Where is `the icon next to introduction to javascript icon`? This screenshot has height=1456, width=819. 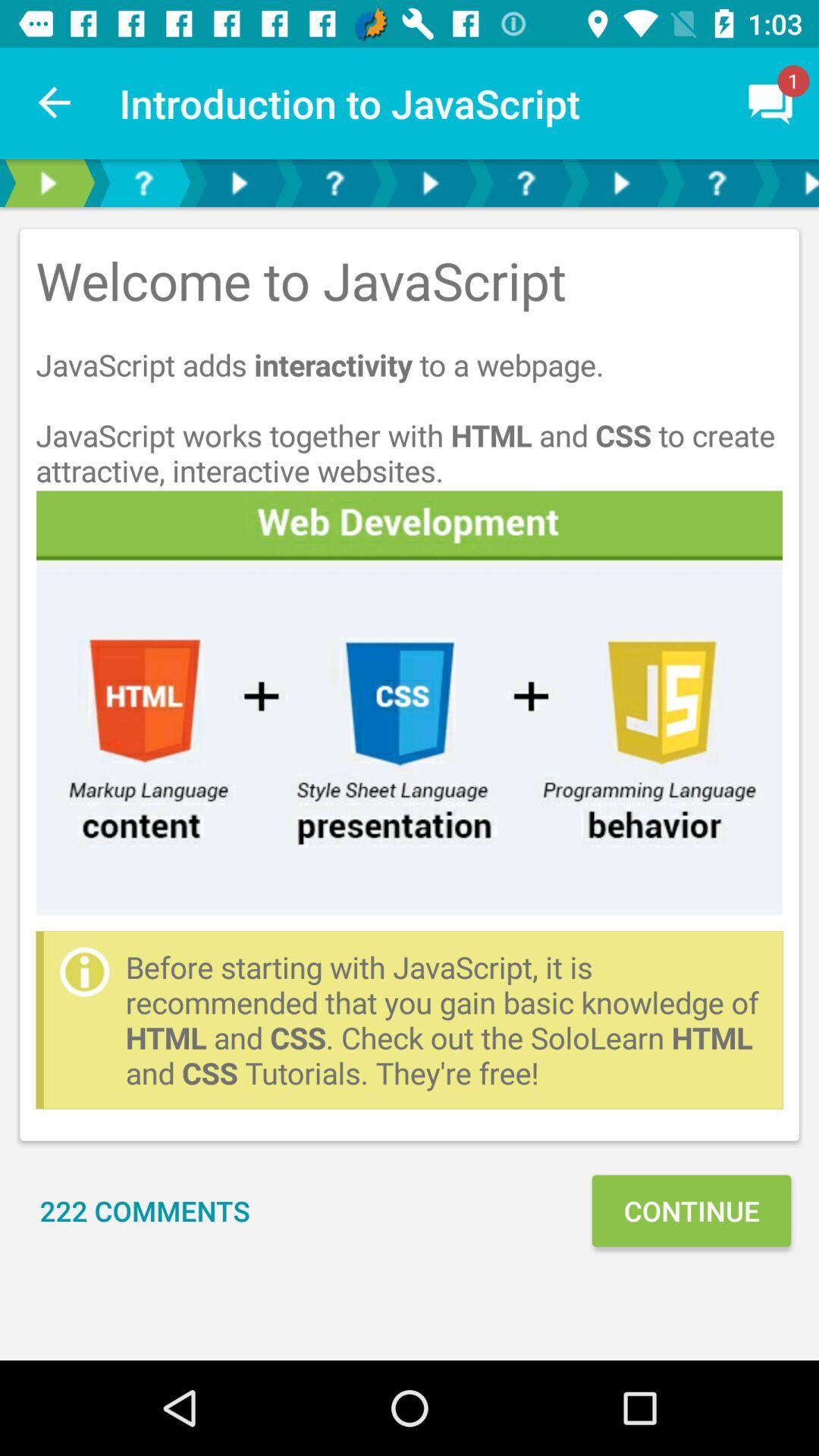 the icon next to introduction to javascript icon is located at coordinates (55, 102).